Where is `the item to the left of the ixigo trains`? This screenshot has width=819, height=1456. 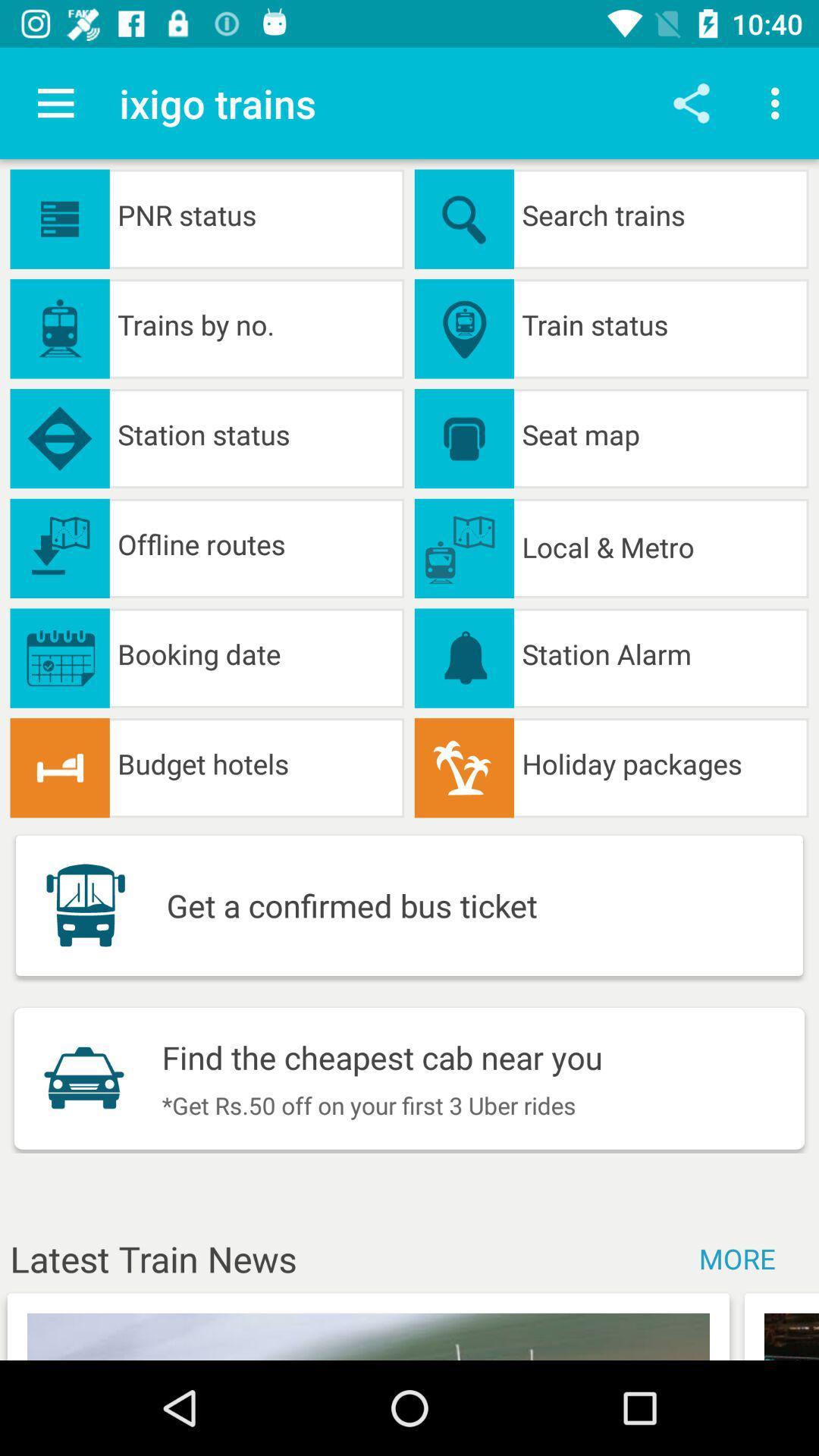 the item to the left of the ixigo trains is located at coordinates (55, 102).